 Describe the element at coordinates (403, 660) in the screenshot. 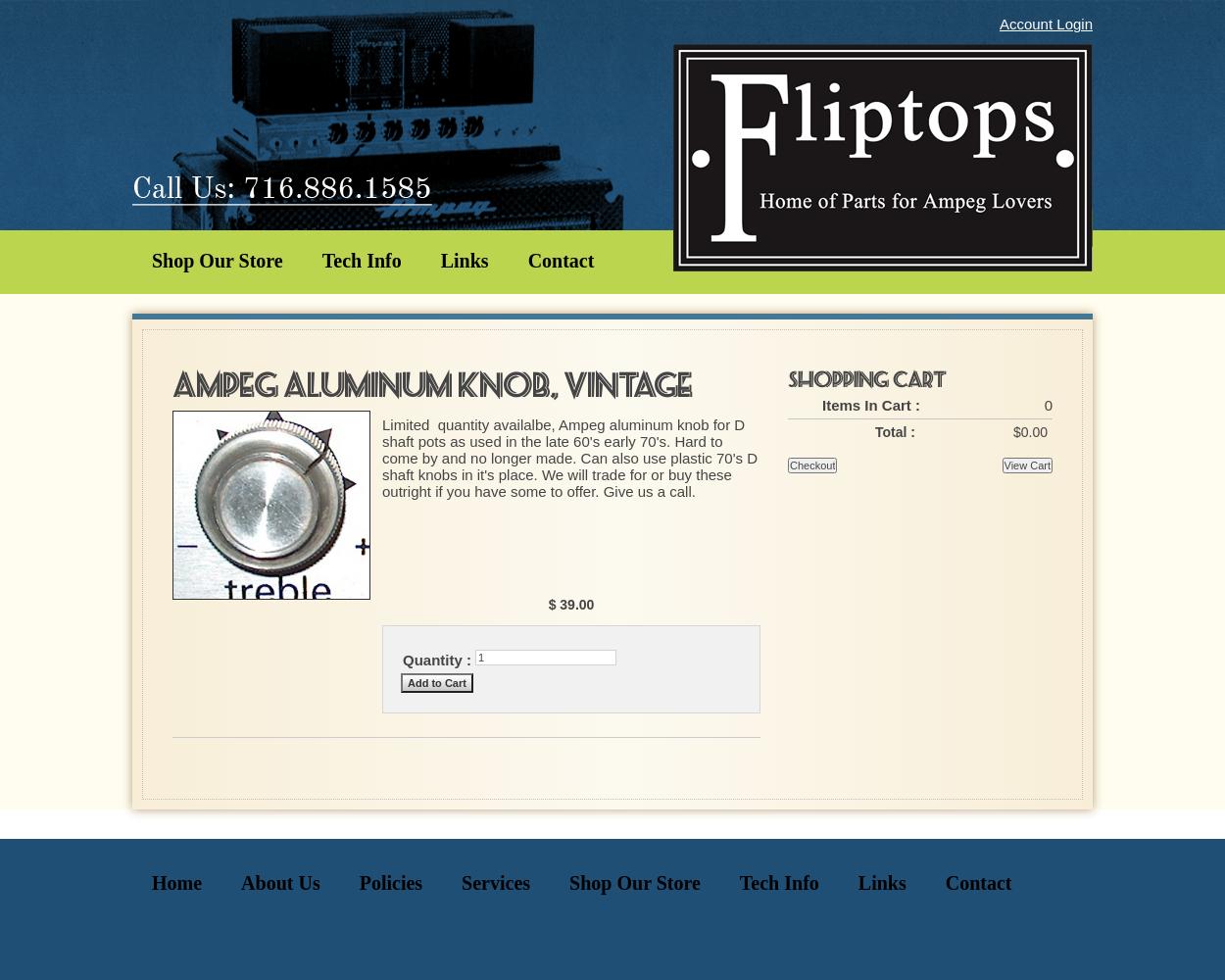

I see `'Quantity :'` at that location.